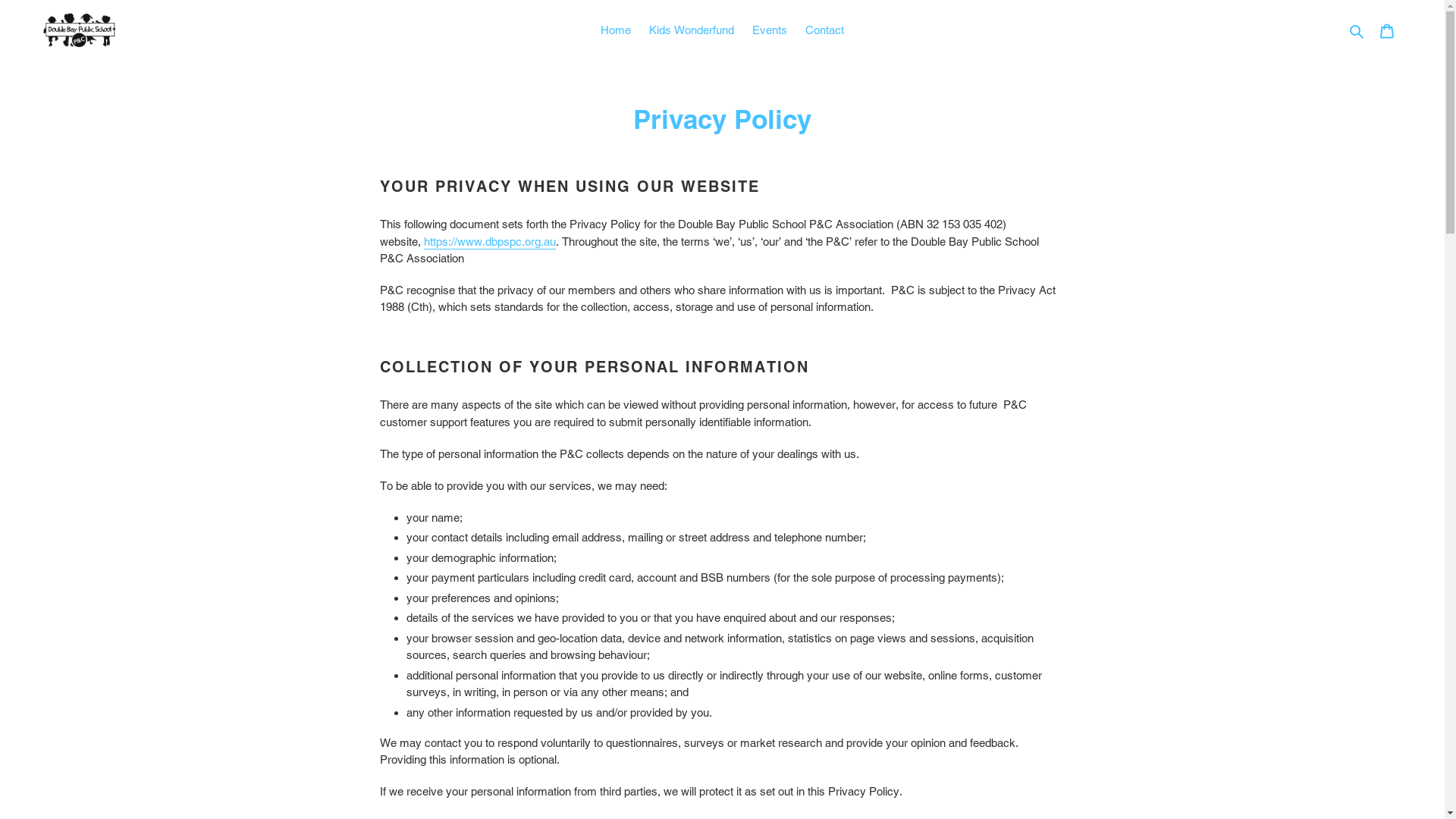 This screenshot has height=819, width=1456. What do you see at coordinates (691, 30) in the screenshot?
I see `'Kids Wonderfund'` at bounding box center [691, 30].